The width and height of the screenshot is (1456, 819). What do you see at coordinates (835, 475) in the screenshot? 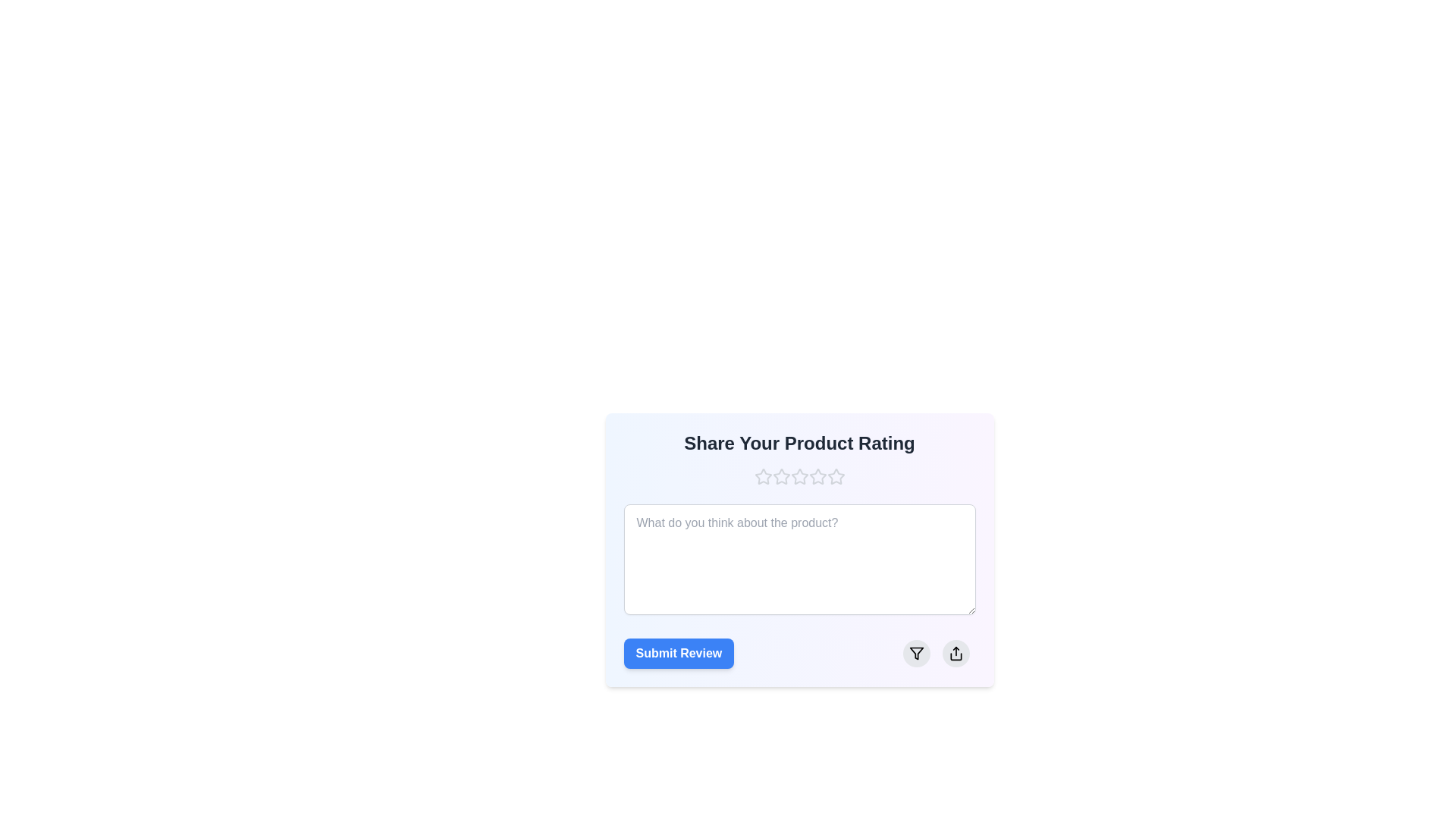
I see `the fifth star icon in the 'Share Your Product Rating' section, which is part of a five-star rating system` at bounding box center [835, 475].